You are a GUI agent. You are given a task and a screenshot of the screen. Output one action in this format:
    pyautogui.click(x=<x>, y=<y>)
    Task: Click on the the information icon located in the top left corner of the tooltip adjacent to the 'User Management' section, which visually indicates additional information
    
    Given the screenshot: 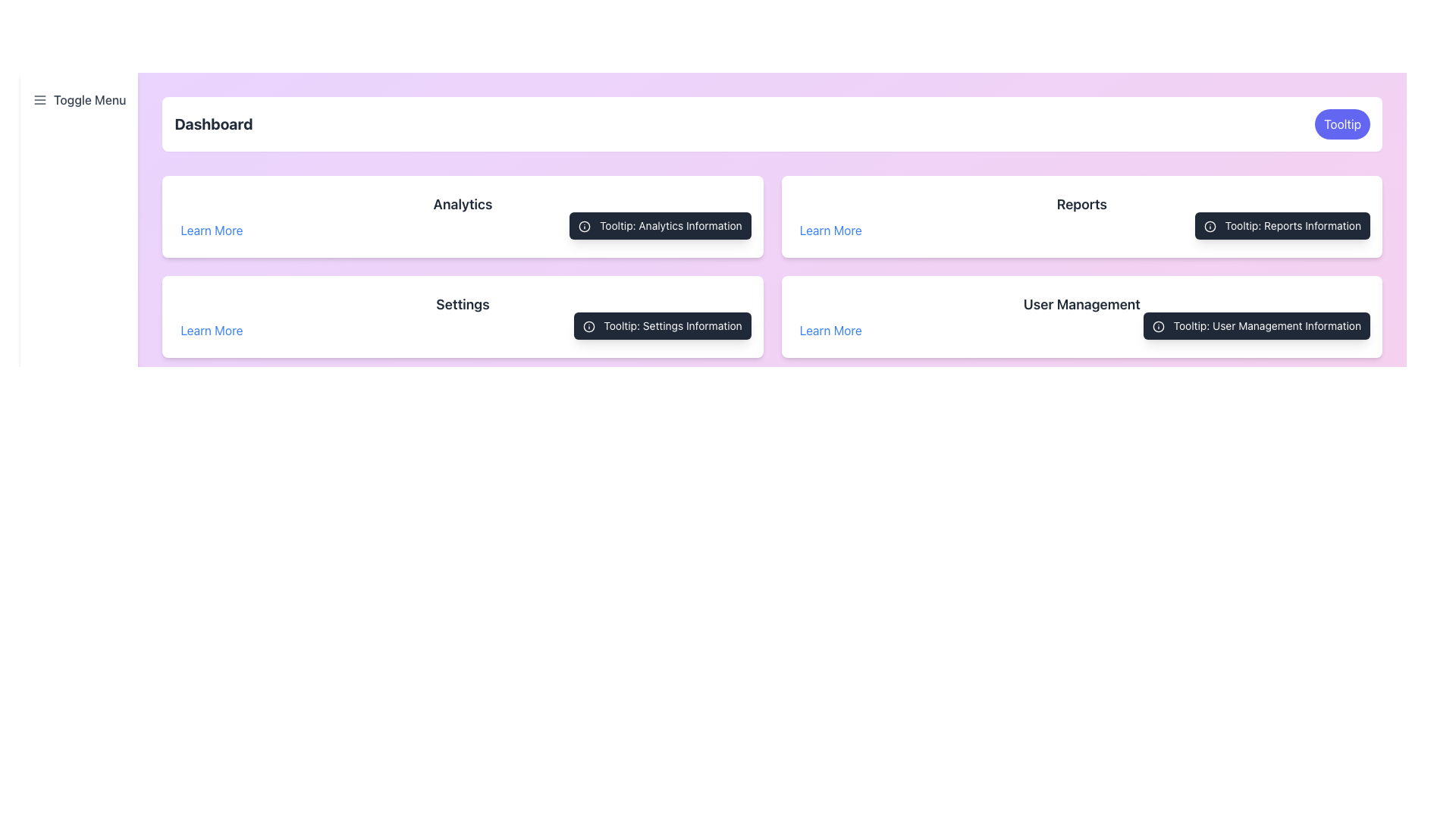 What is the action you would take?
    pyautogui.click(x=1157, y=326)
    